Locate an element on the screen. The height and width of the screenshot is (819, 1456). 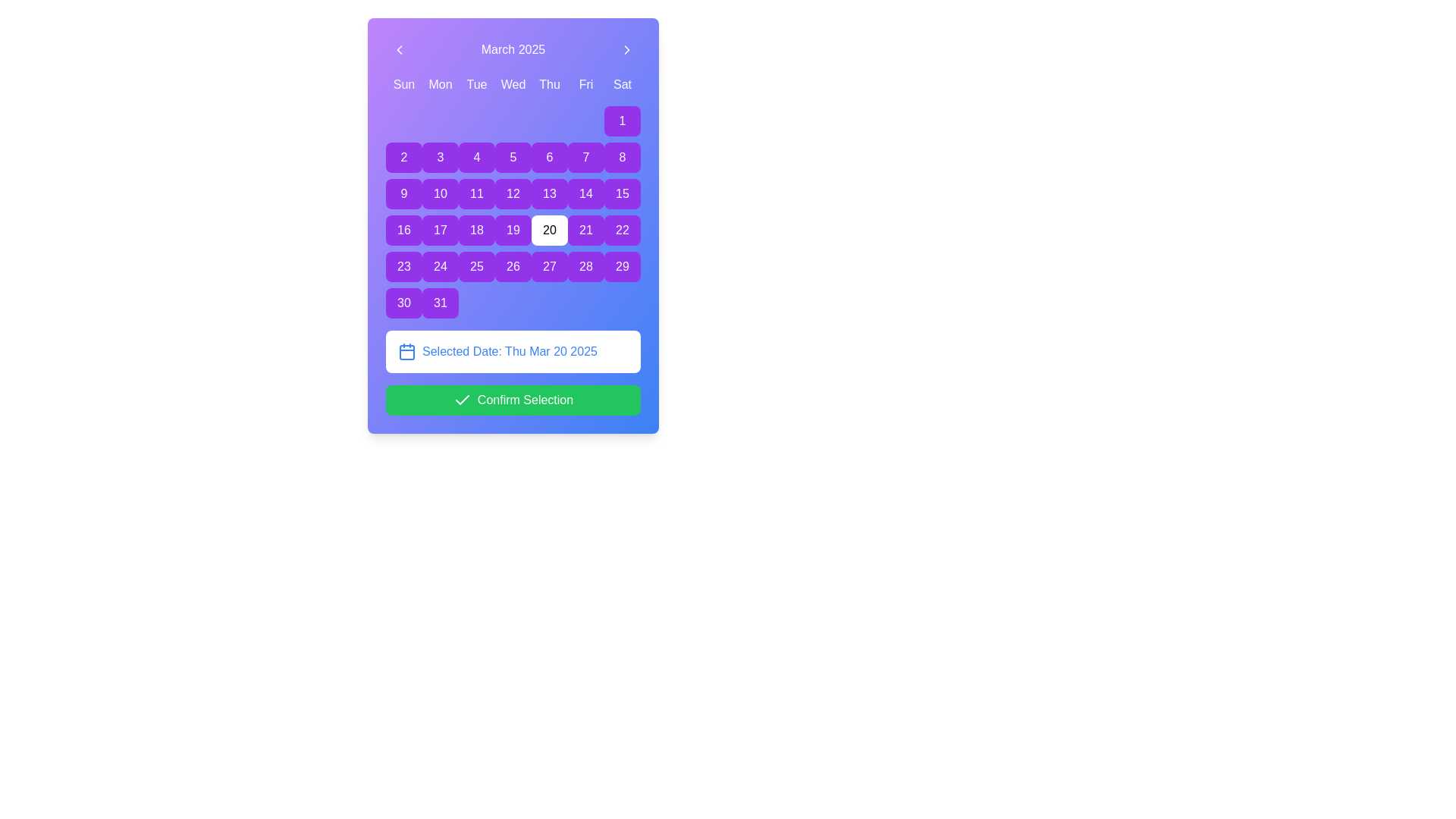
the text label displaying 'Sat', which is positioned at the rightmost end of the day abbreviation series in a calendar interface is located at coordinates (622, 84).